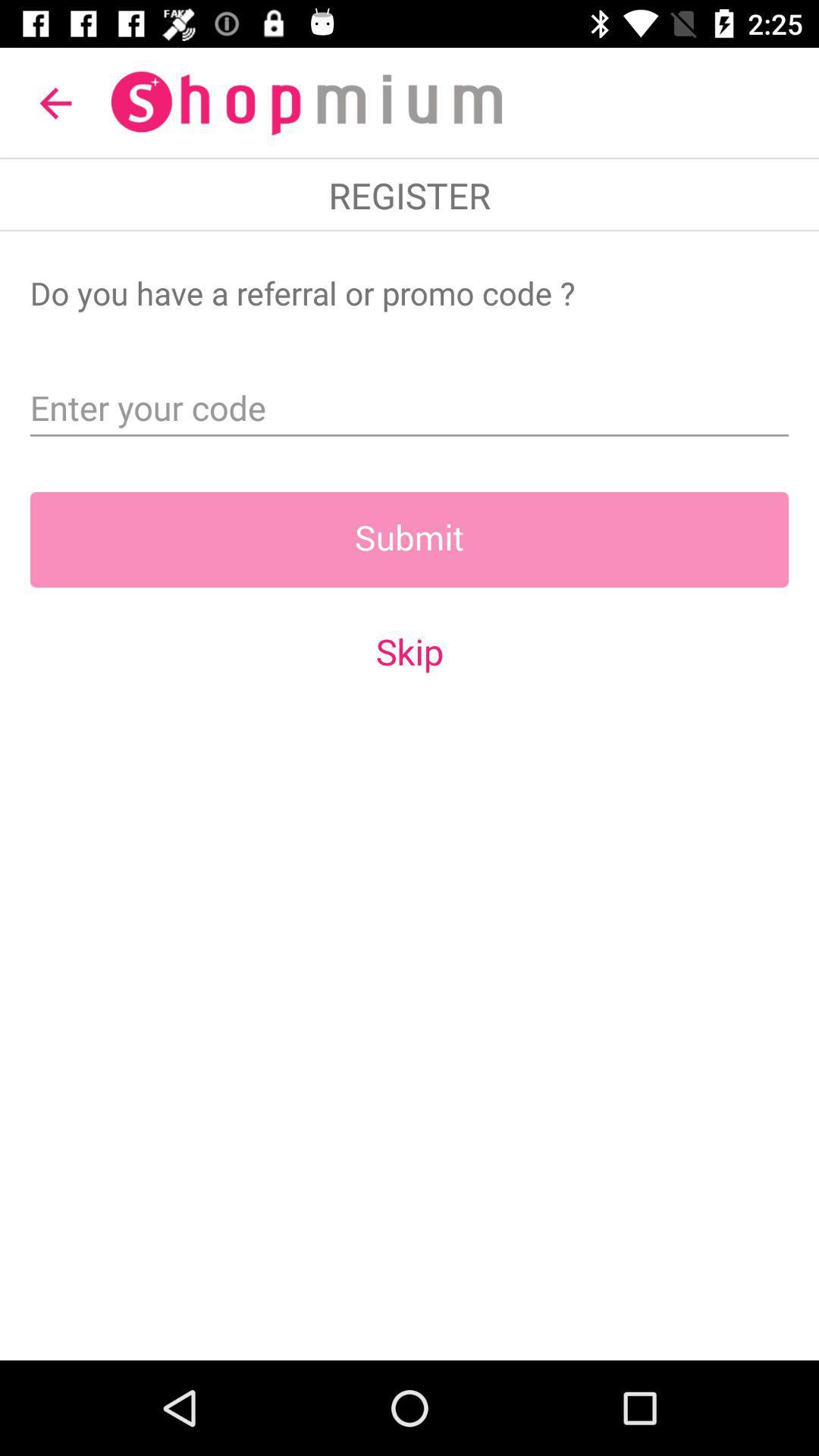  Describe the element at coordinates (409, 403) in the screenshot. I see `referral/promo code` at that location.